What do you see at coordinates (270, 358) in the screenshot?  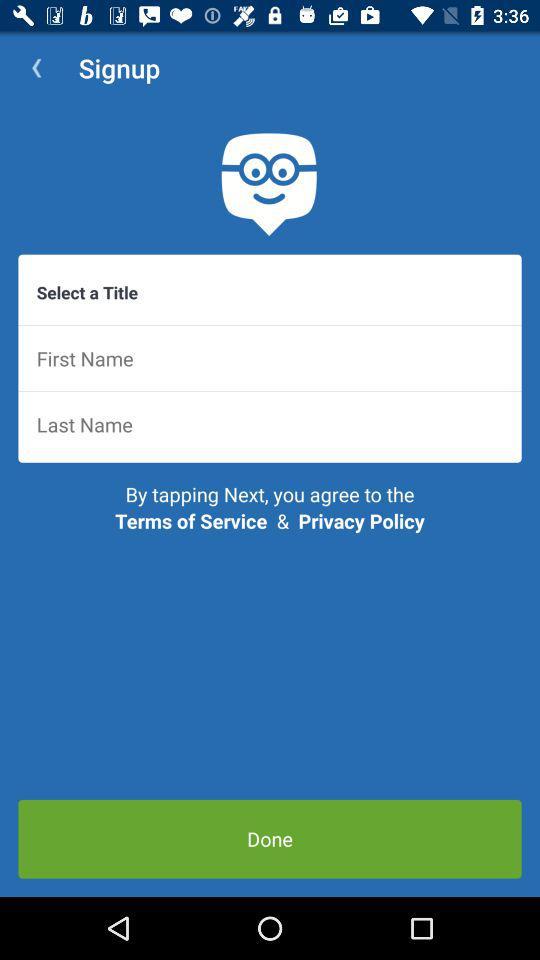 I see `name` at bounding box center [270, 358].